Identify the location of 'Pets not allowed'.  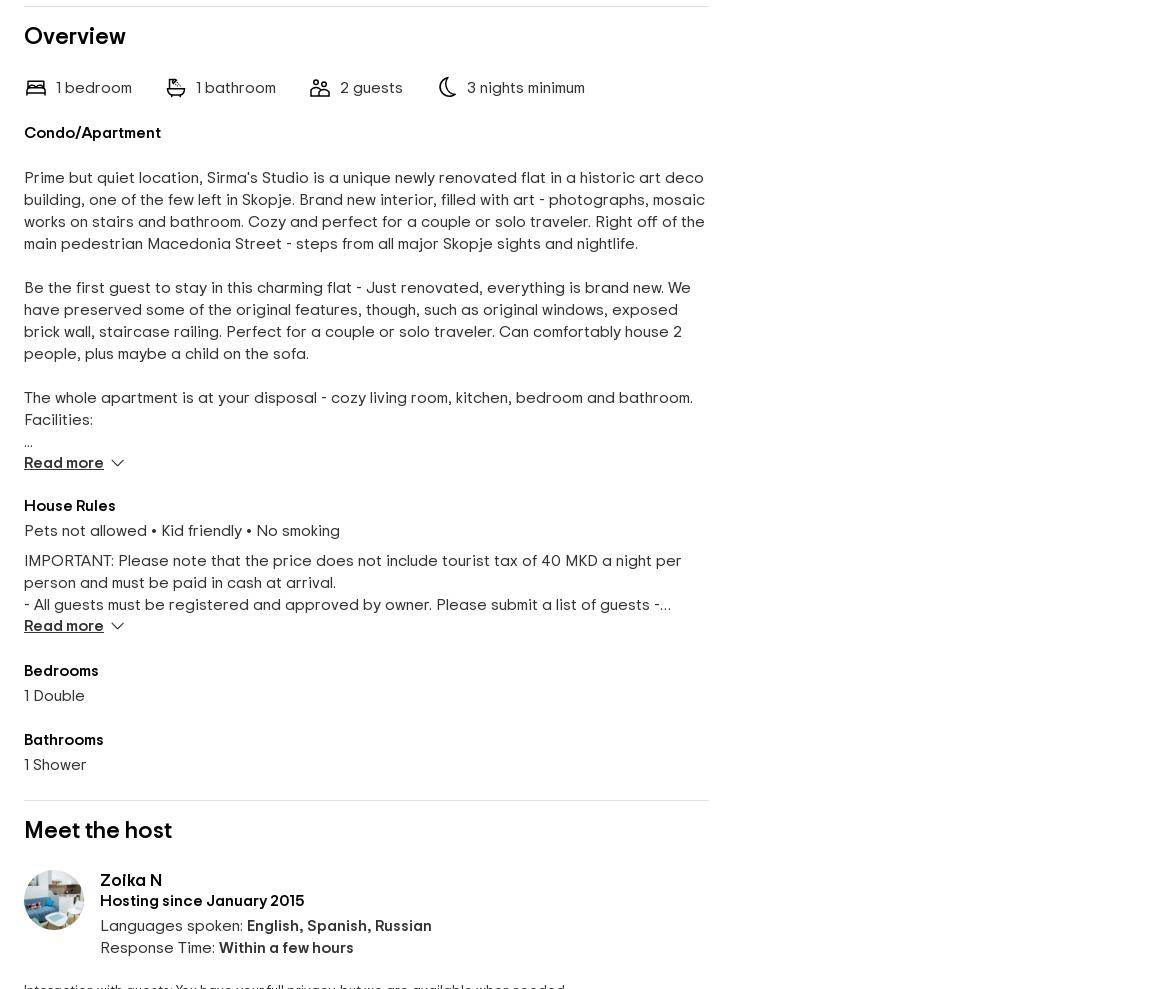
(84, 530).